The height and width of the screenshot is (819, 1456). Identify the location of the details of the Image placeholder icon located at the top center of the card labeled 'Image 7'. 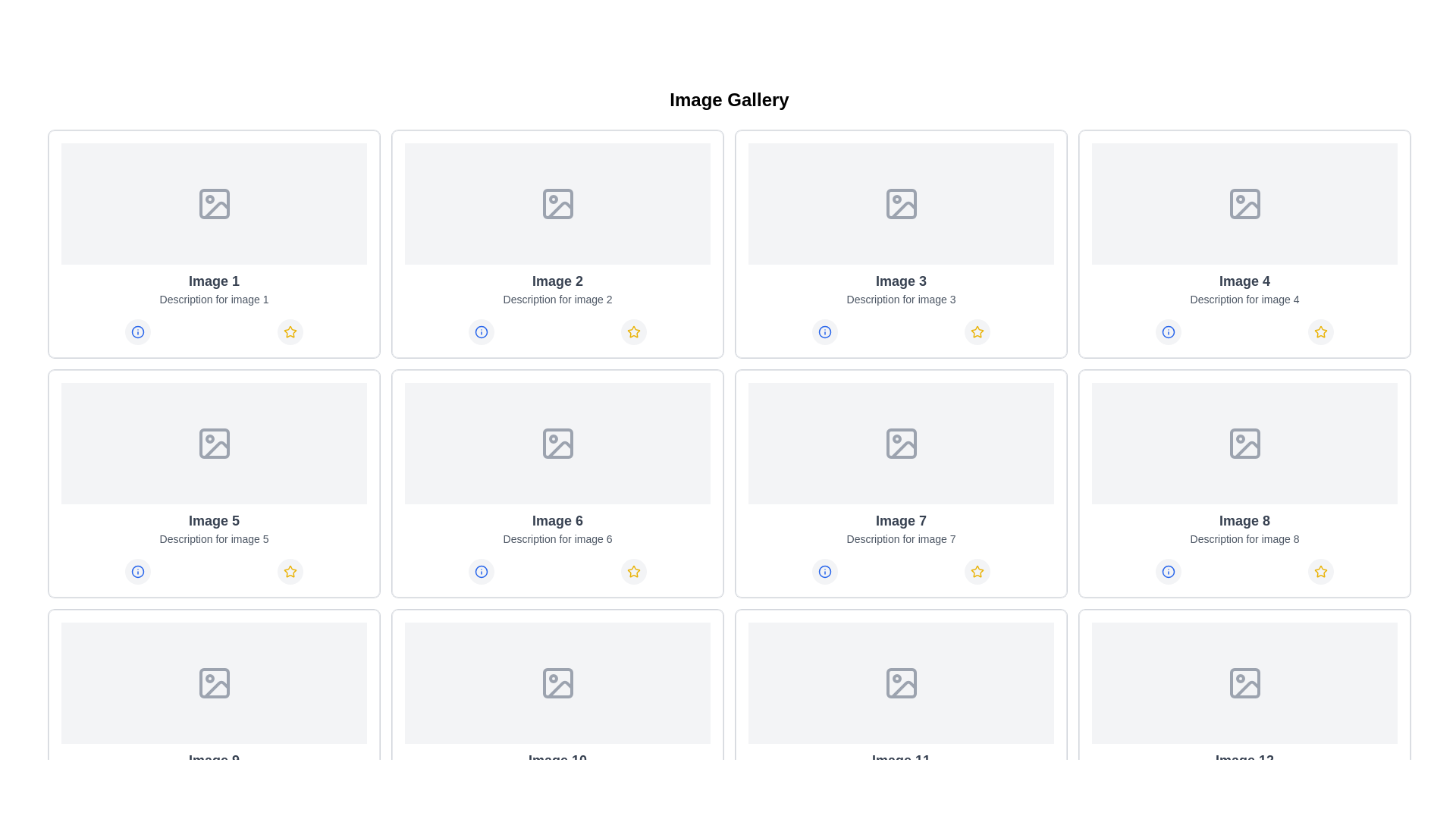
(901, 444).